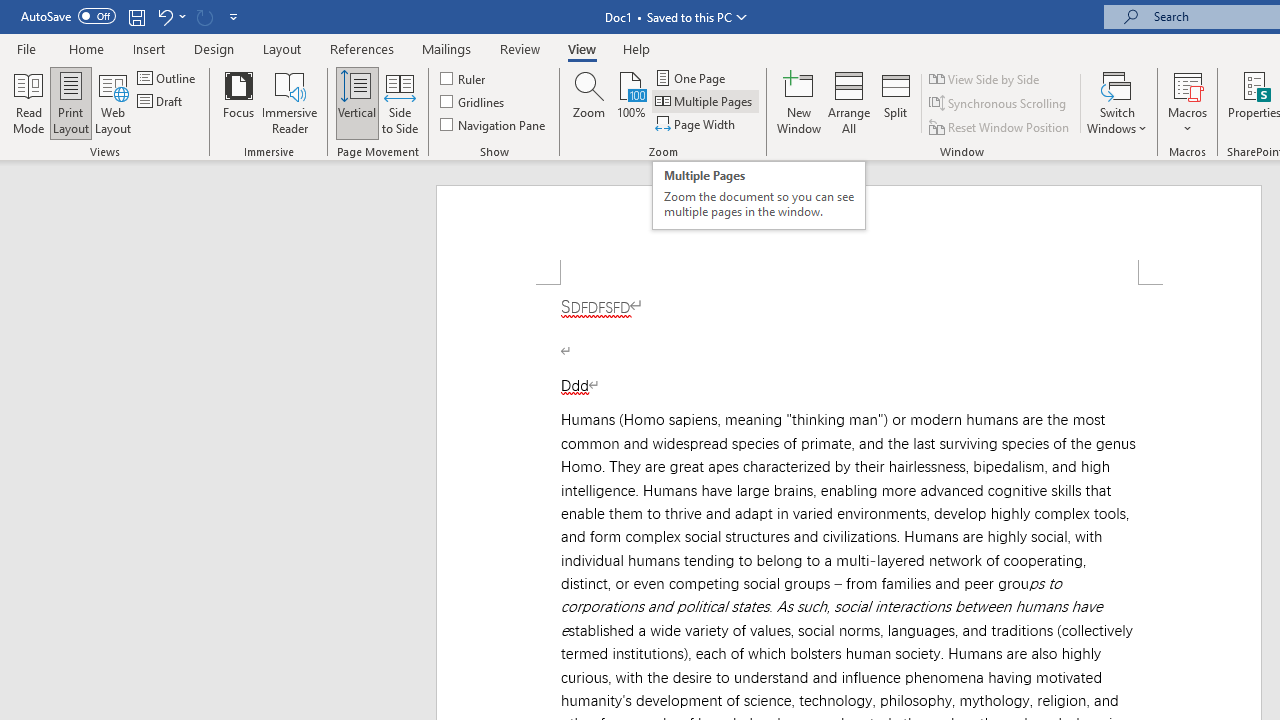  What do you see at coordinates (204, 16) in the screenshot?
I see `'Can'` at bounding box center [204, 16].